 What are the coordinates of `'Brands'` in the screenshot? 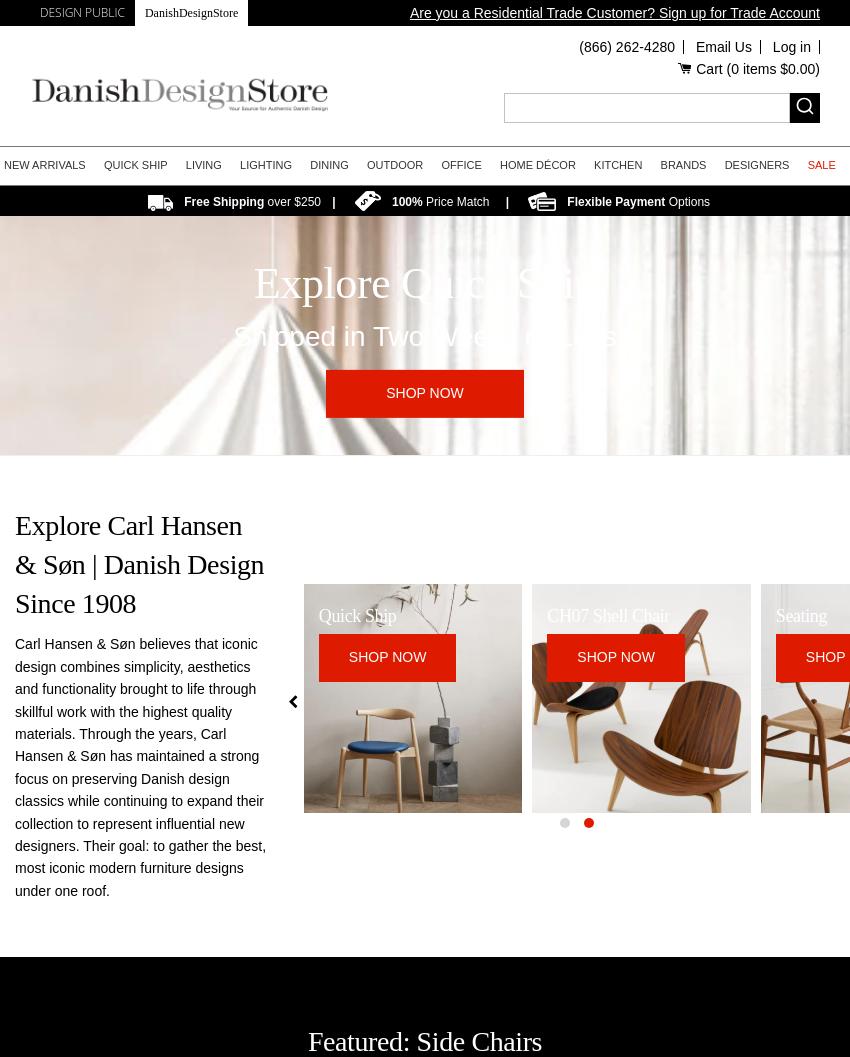 It's located at (681, 164).